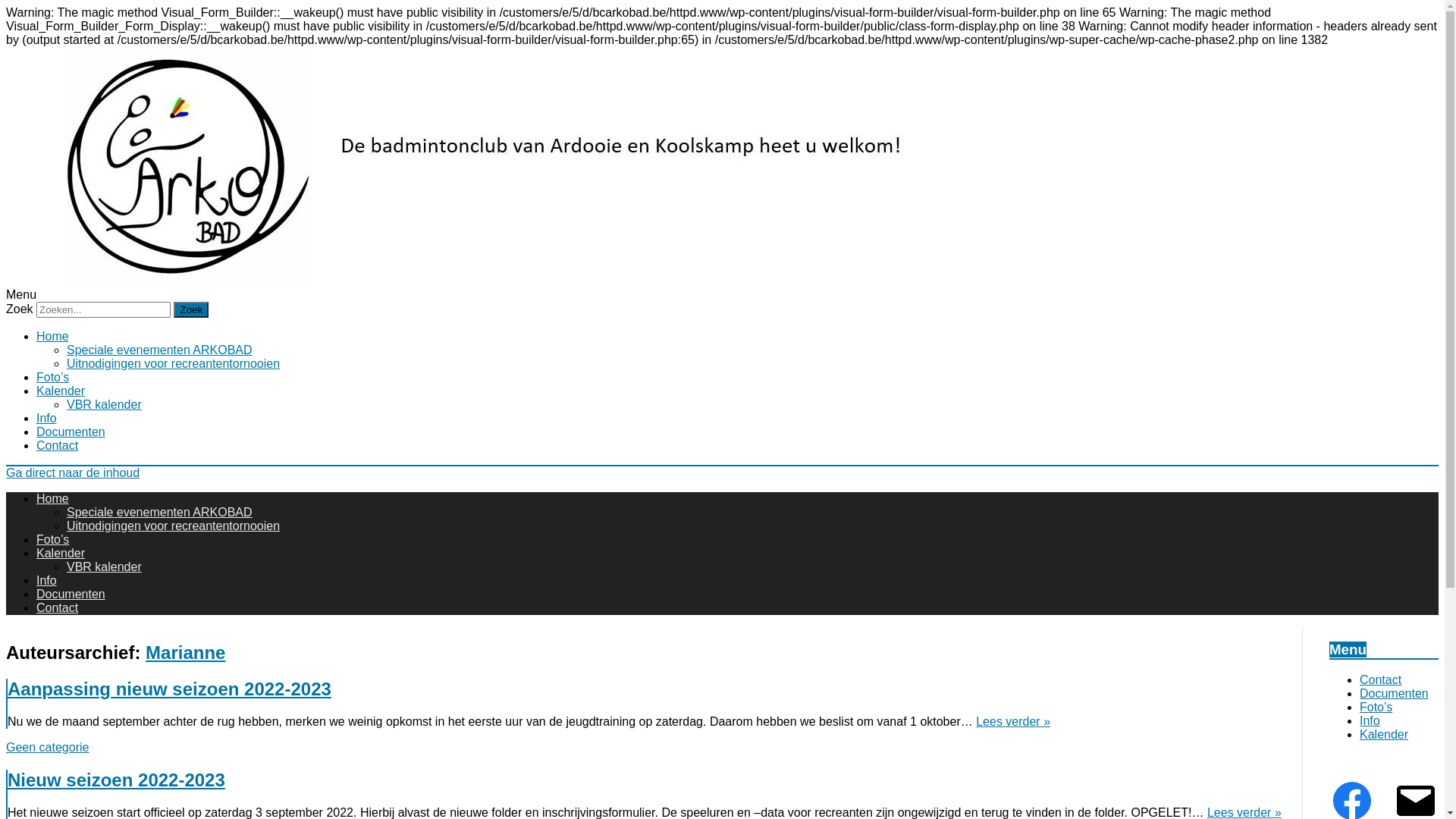 Image resolution: width=1456 pixels, height=819 pixels. I want to click on 'VBR kalender', so click(103, 566).